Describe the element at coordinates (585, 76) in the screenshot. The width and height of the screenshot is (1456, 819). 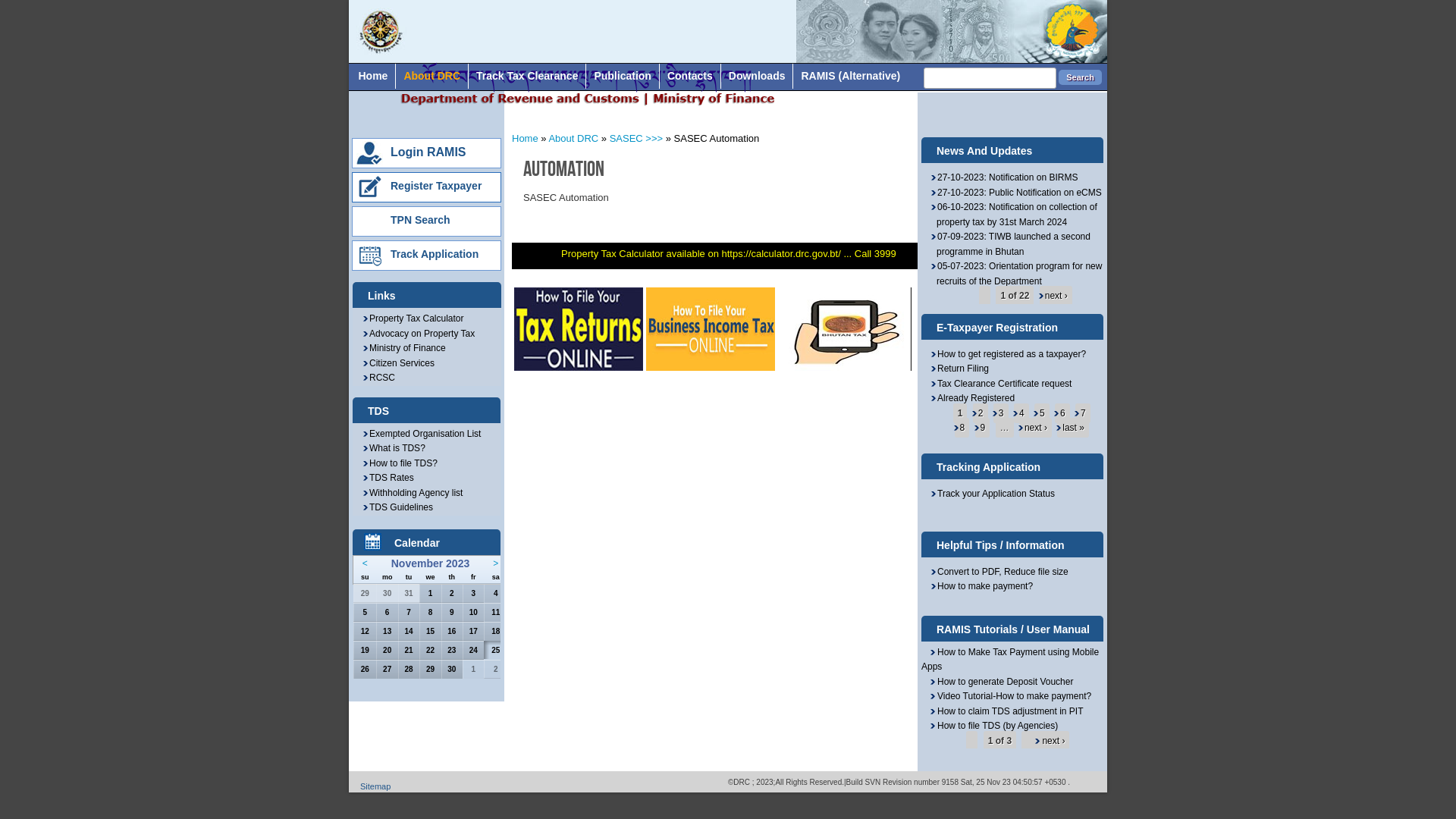
I see `'Publication'` at that location.